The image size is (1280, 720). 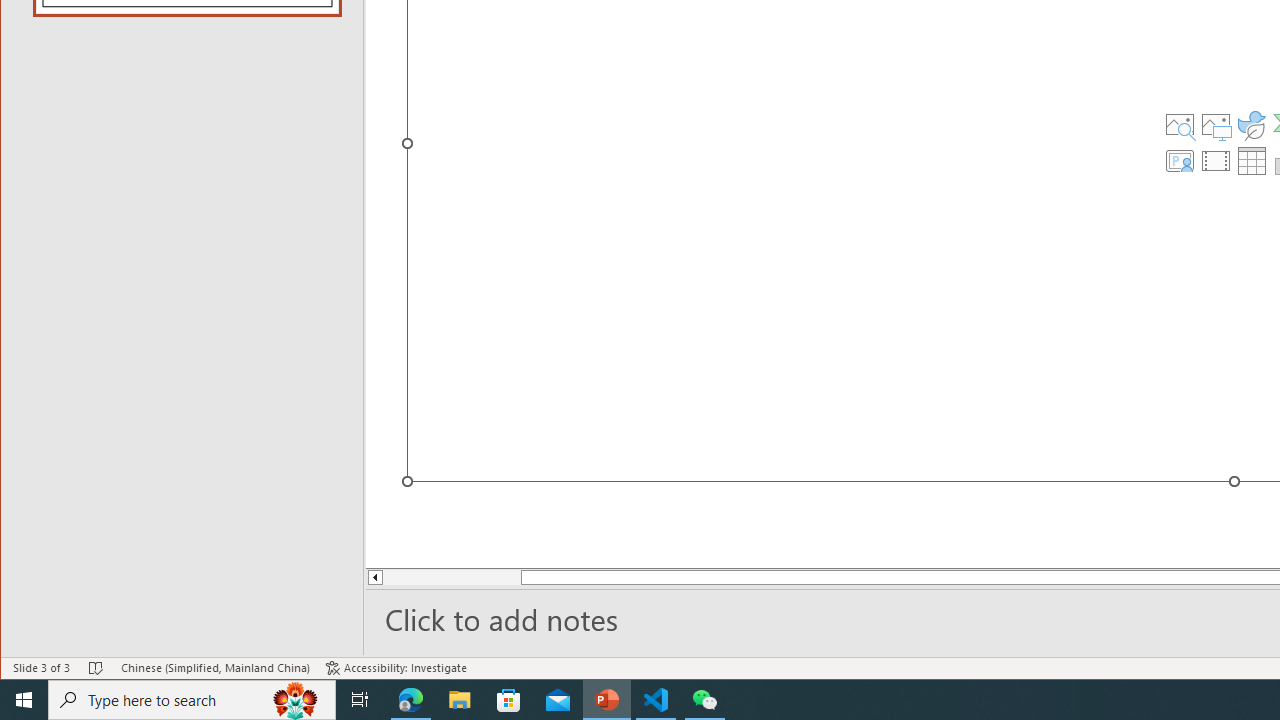 What do you see at coordinates (396, 668) in the screenshot?
I see `'Accessibility Checker Accessibility: Investigate'` at bounding box center [396, 668].